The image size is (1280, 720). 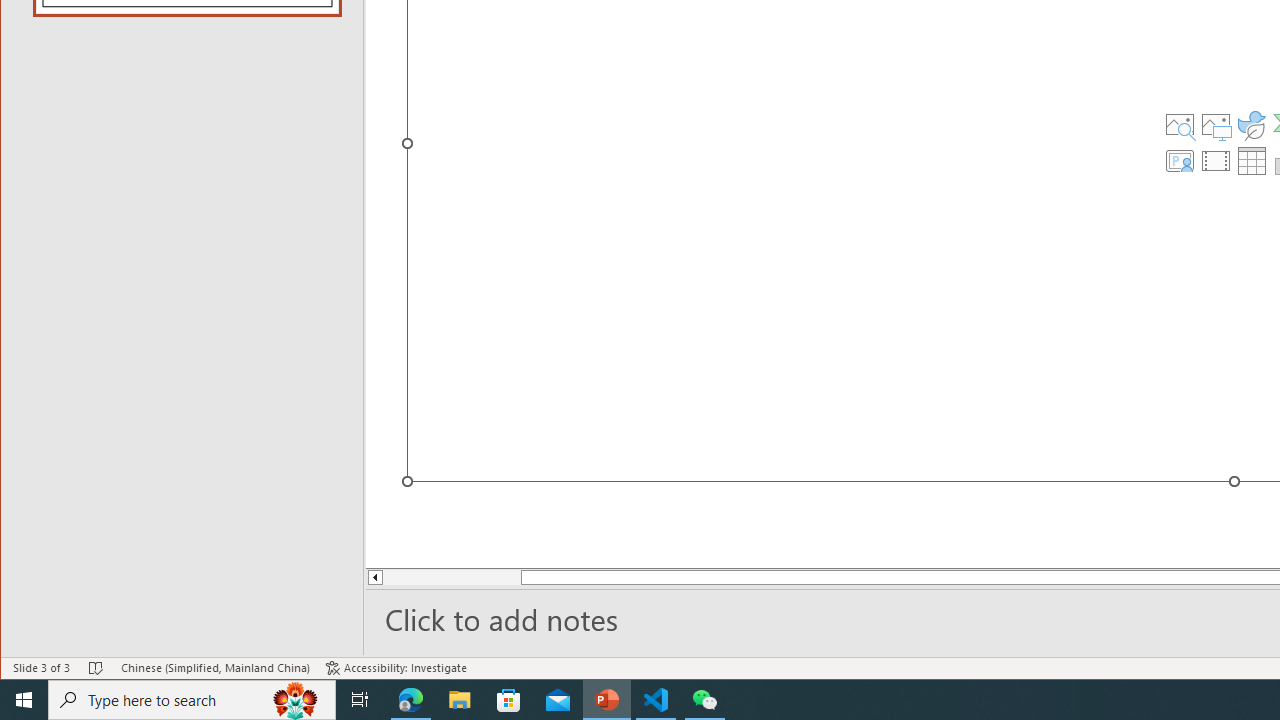 What do you see at coordinates (396, 668) in the screenshot?
I see `'Accessibility Checker Accessibility: Investigate'` at bounding box center [396, 668].